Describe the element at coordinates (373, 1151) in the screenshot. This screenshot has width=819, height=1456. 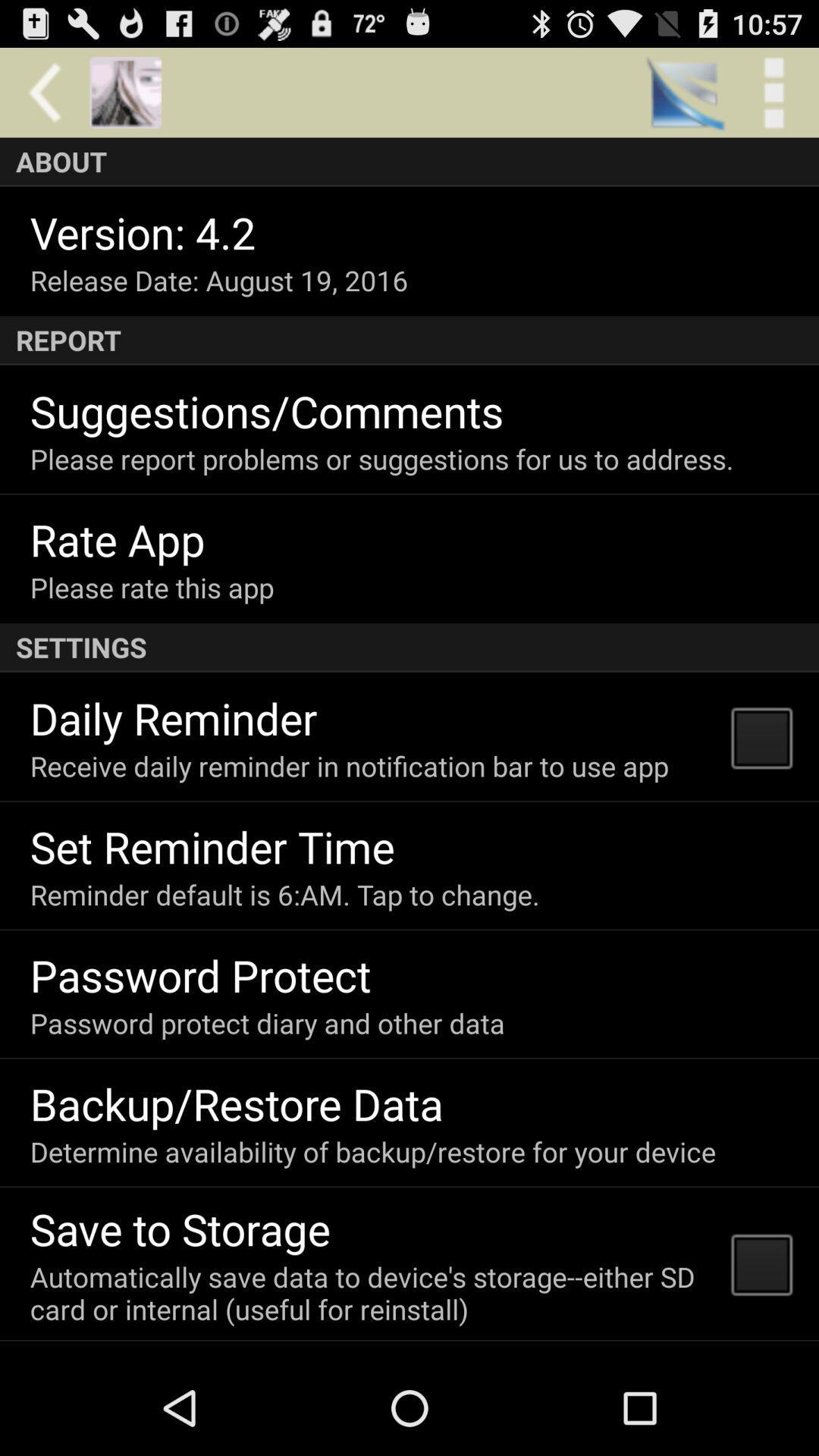
I see `item below the backup/restore data` at that location.